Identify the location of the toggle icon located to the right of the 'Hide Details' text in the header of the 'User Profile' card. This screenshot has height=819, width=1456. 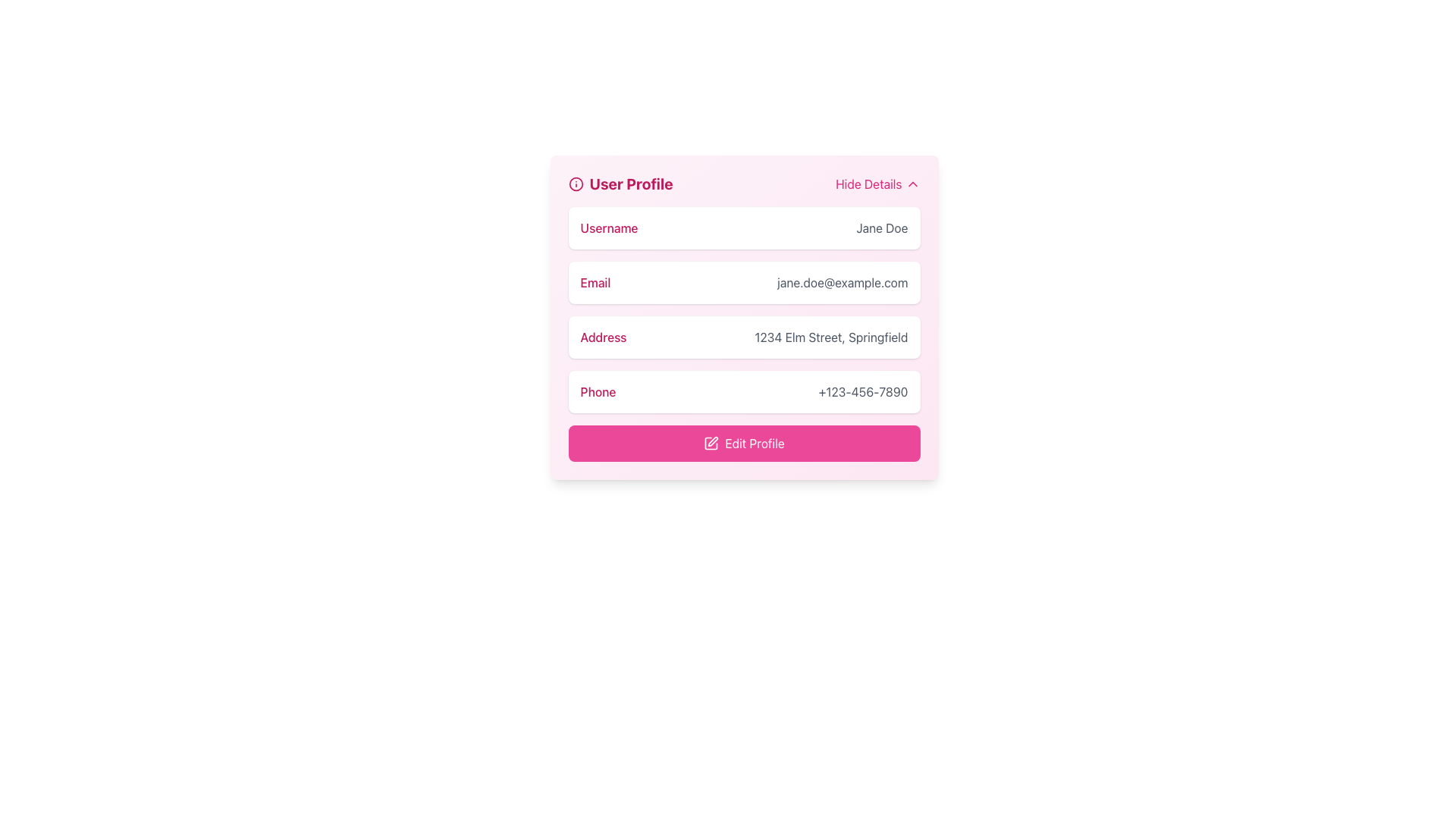
(912, 184).